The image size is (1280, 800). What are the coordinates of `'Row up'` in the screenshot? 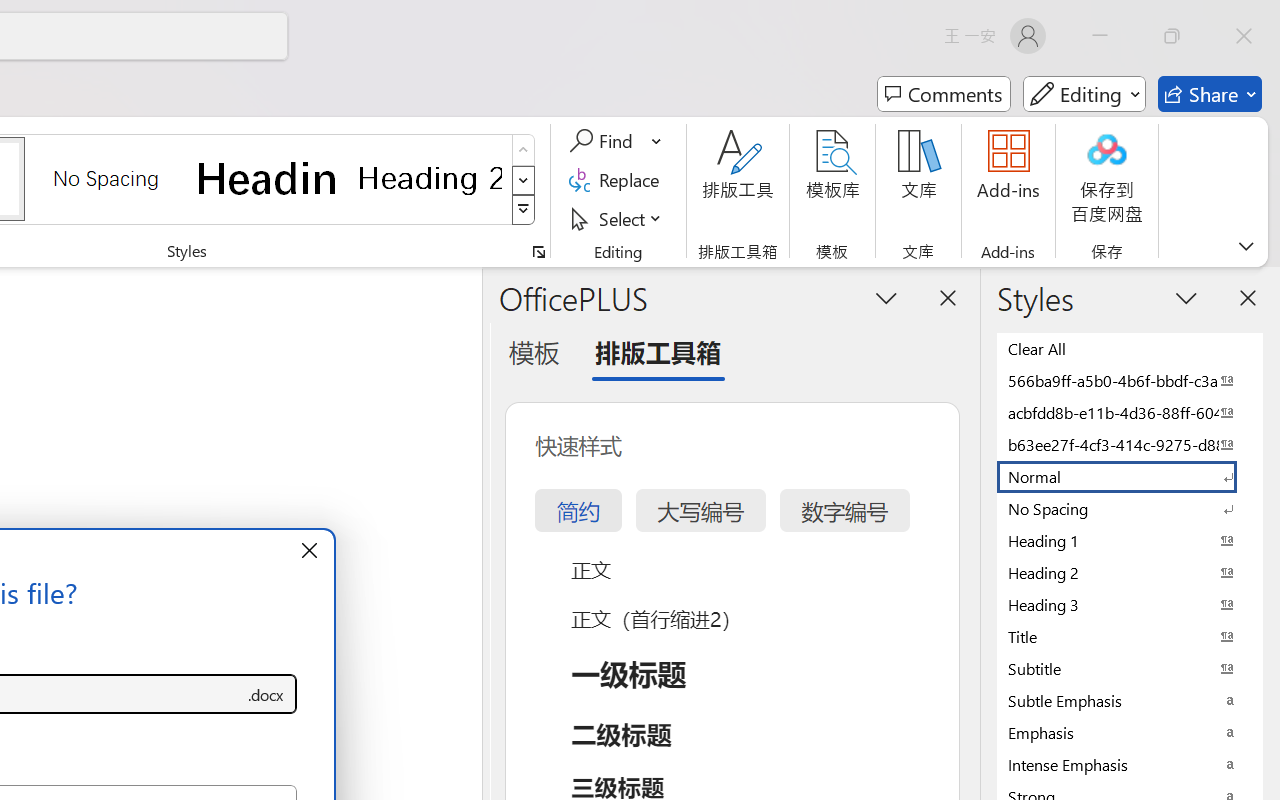 It's located at (523, 150).